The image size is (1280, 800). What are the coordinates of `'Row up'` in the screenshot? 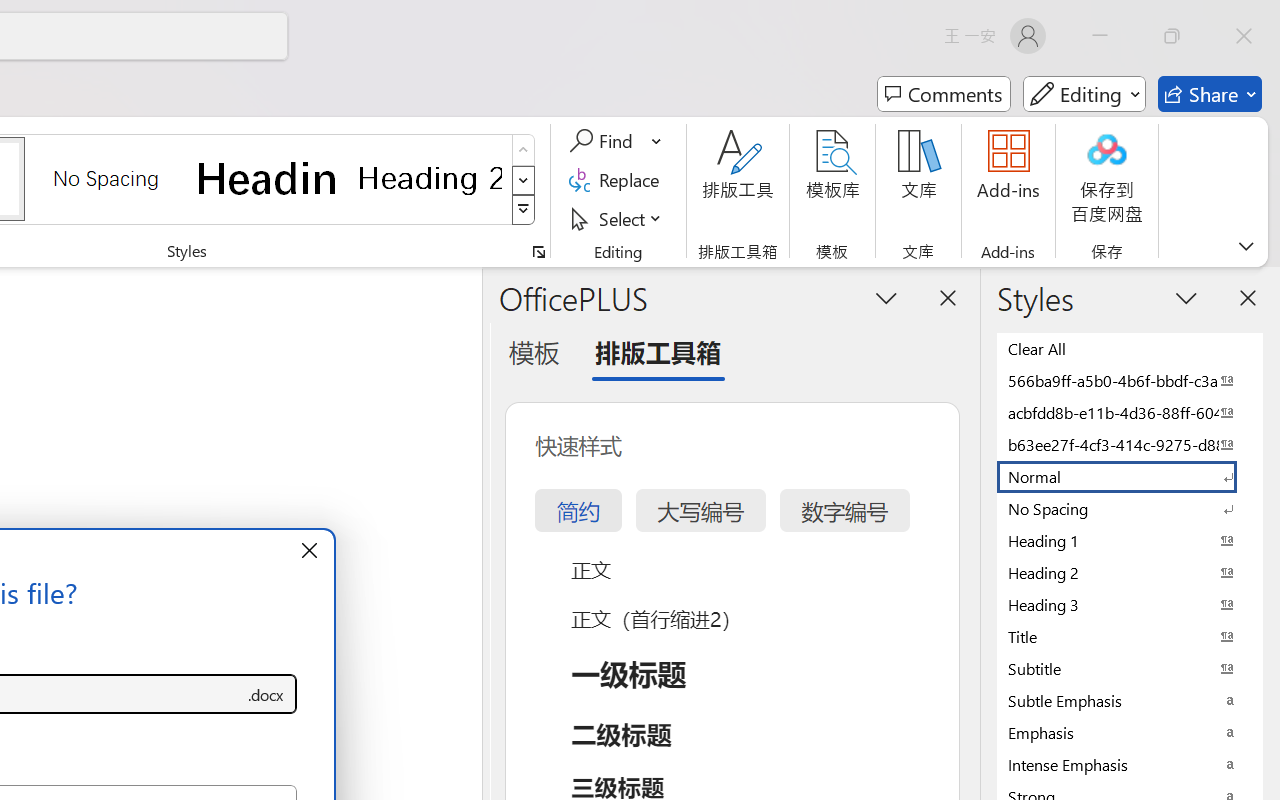 It's located at (523, 150).